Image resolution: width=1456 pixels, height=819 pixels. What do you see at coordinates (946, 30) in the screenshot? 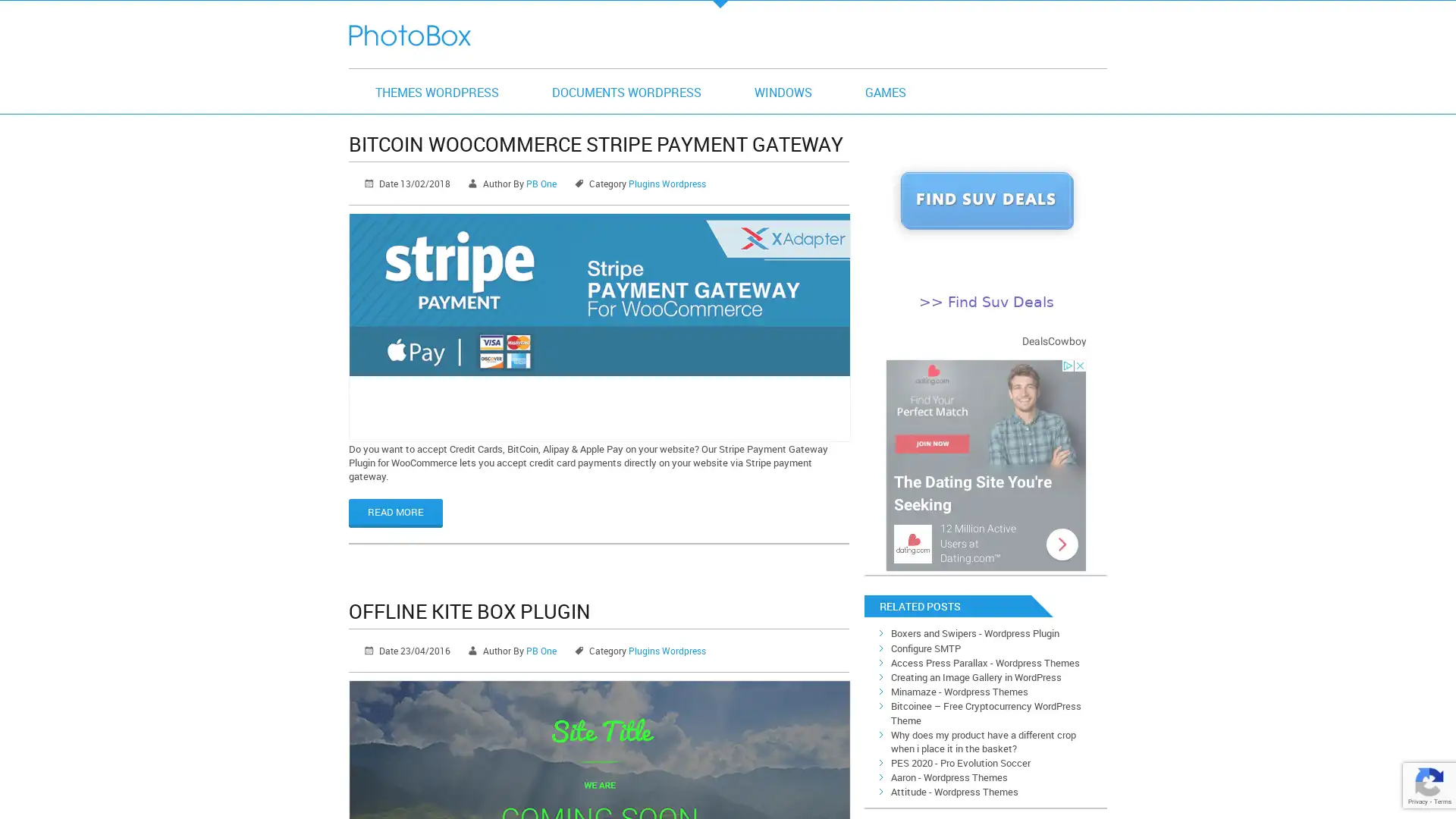
I see `search` at bounding box center [946, 30].